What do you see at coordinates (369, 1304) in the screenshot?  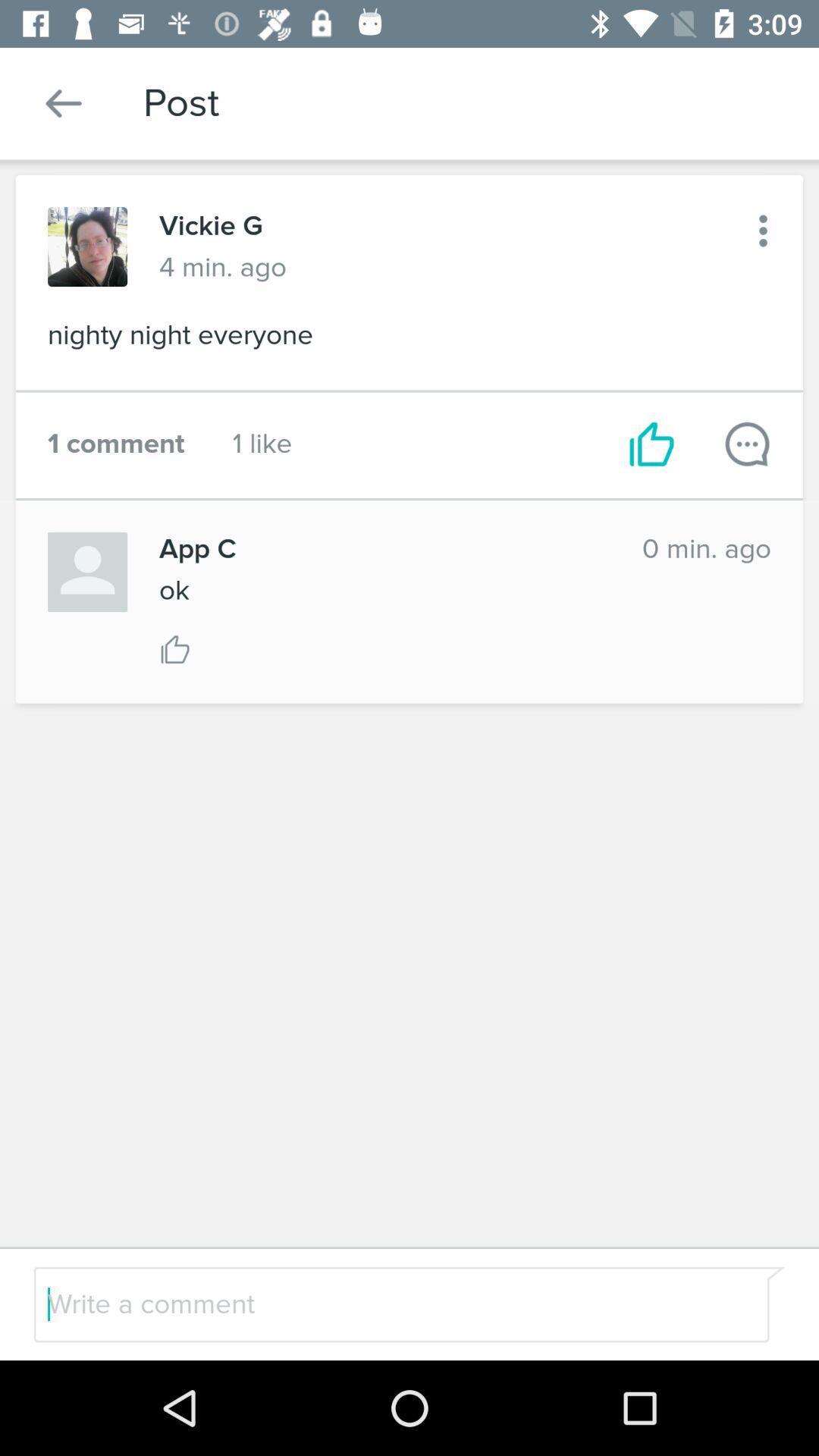 I see `write a comment` at bounding box center [369, 1304].